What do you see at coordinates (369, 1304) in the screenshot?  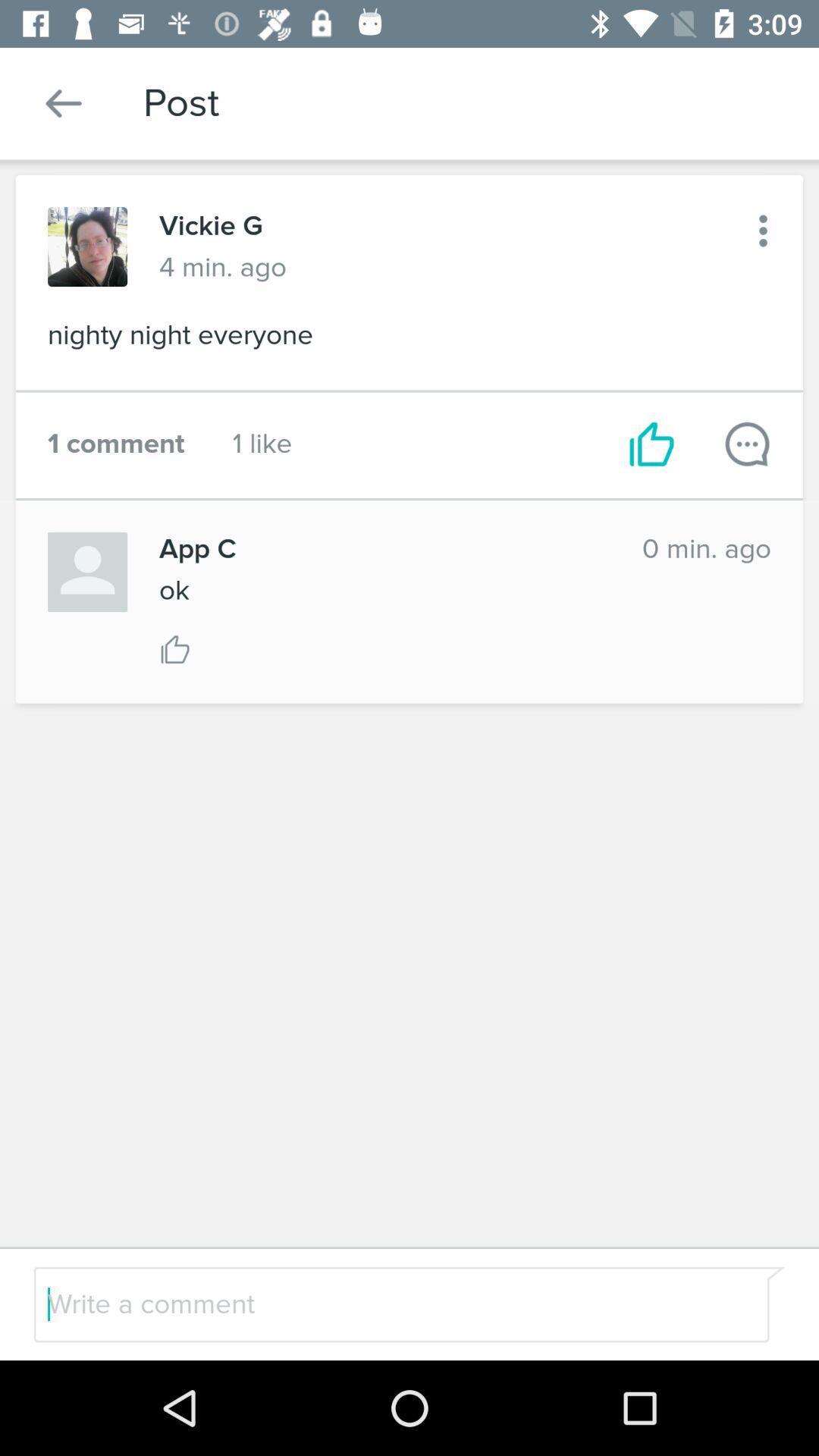 I see `write a comment` at bounding box center [369, 1304].